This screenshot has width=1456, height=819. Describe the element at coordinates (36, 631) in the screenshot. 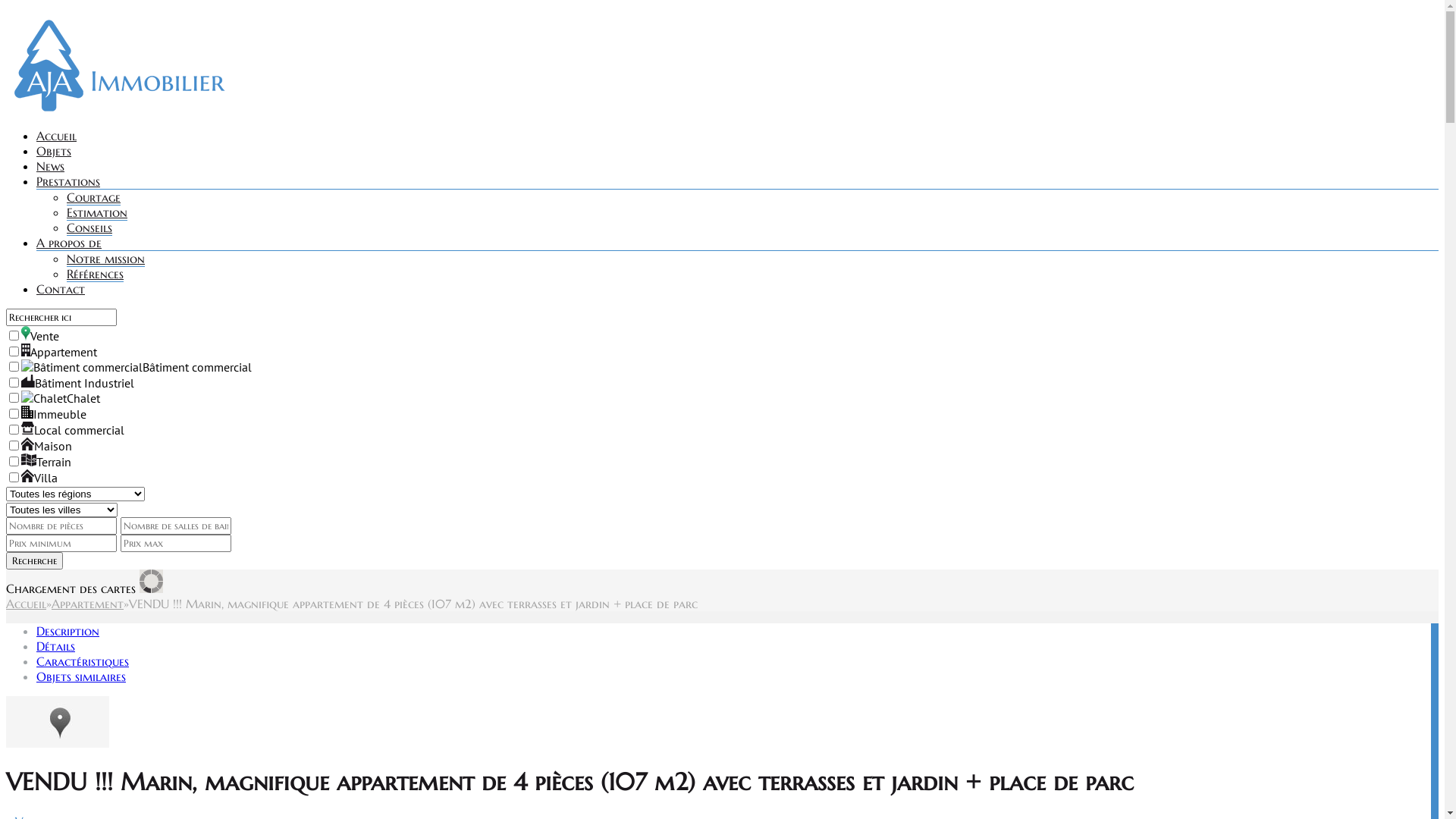

I see `'Description'` at that location.